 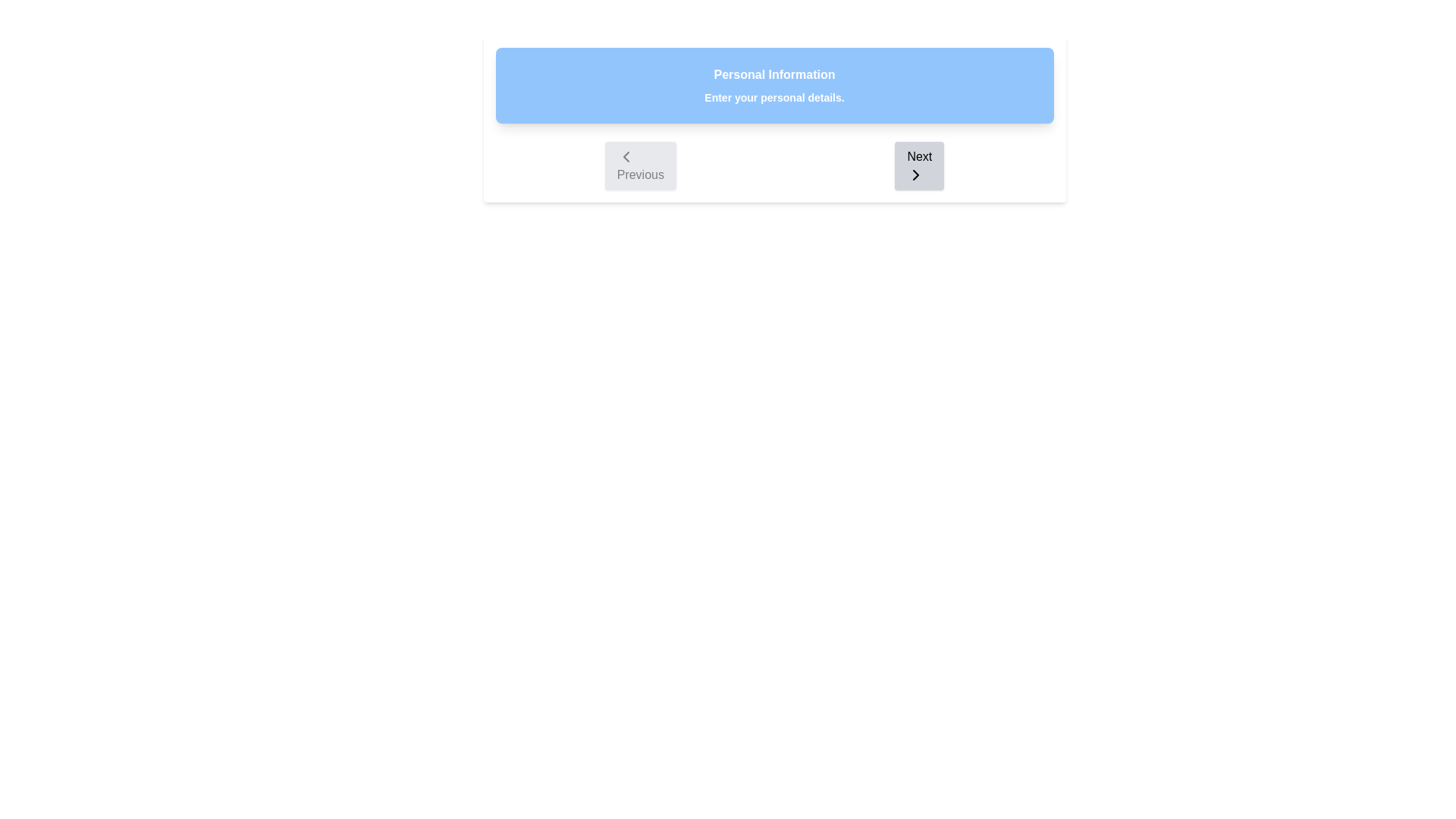 What do you see at coordinates (774, 97) in the screenshot?
I see `the text label that reads 'Enter your personal details.' which is styled with a smaller font size and positioned directly below the heading 'Personal Information' within a blue background` at bounding box center [774, 97].